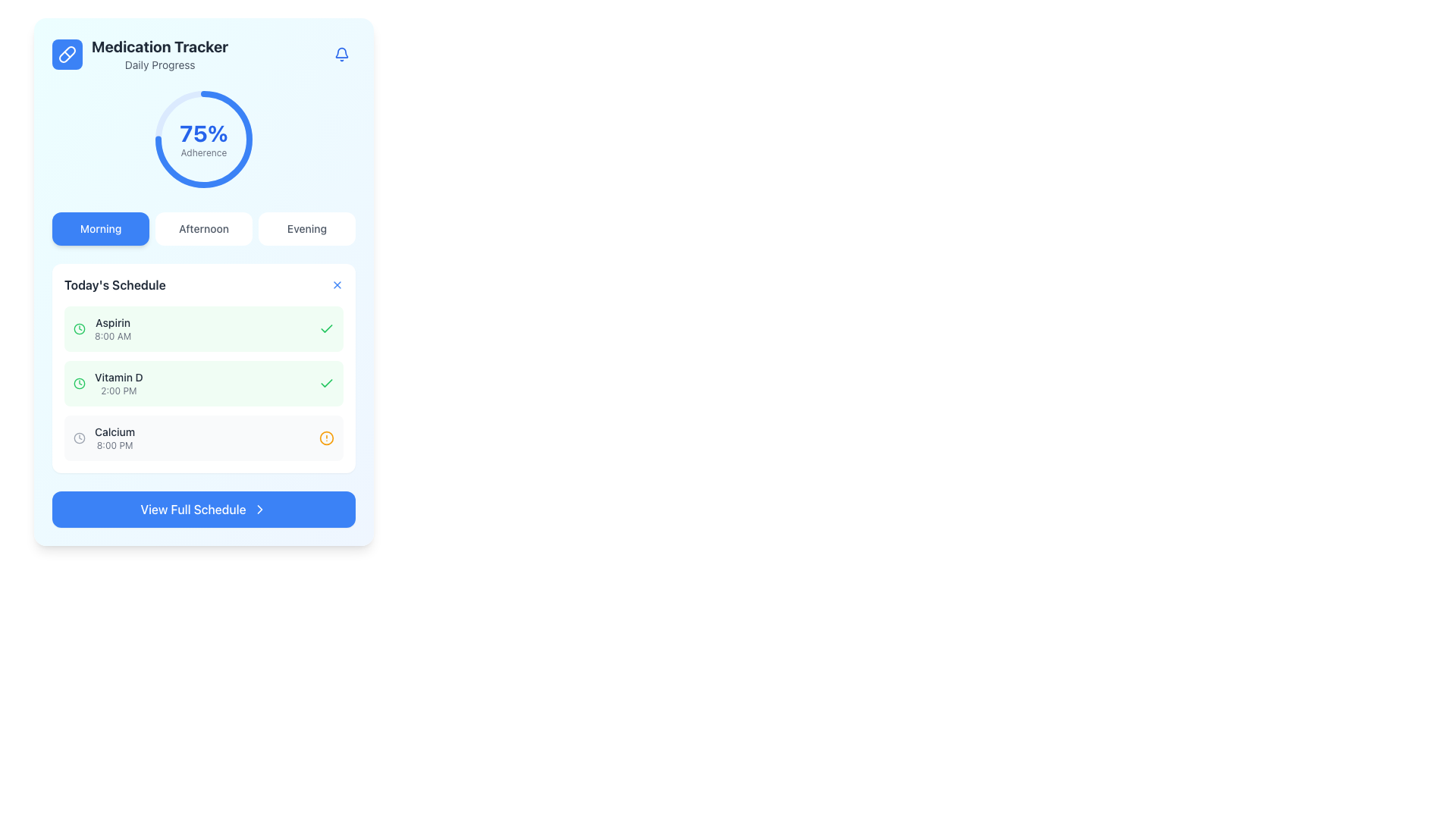 Image resolution: width=1456 pixels, height=819 pixels. What do you see at coordinates (79, 438) in the screenshot?
I see `the circular clock icon representing the scheduling time for 'Calcium 8:00 PM'` at bounding box center [79, 438].